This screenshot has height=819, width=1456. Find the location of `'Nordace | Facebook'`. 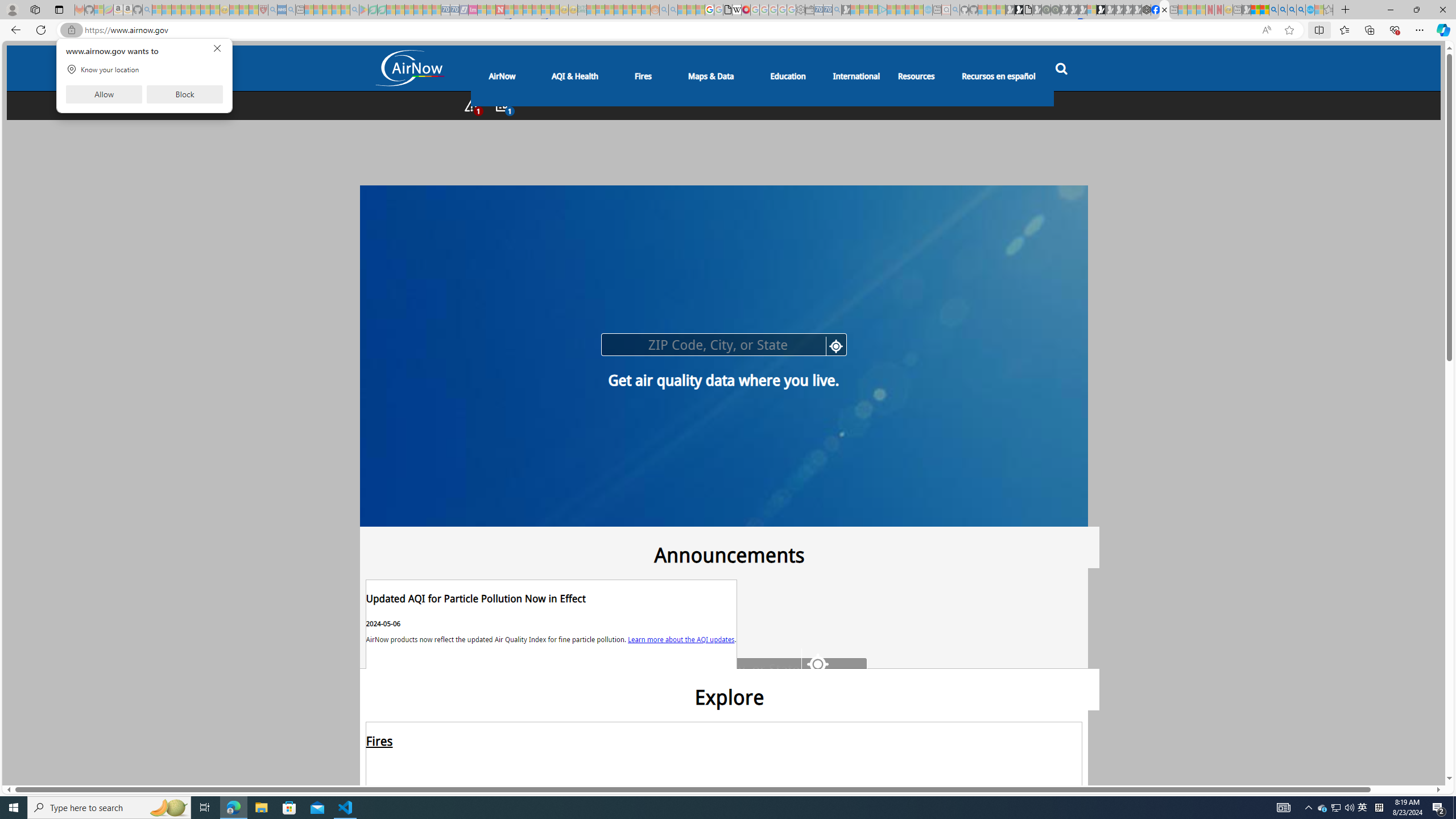

'Nordace | Facebook' is located at coordinates (1155, 9).